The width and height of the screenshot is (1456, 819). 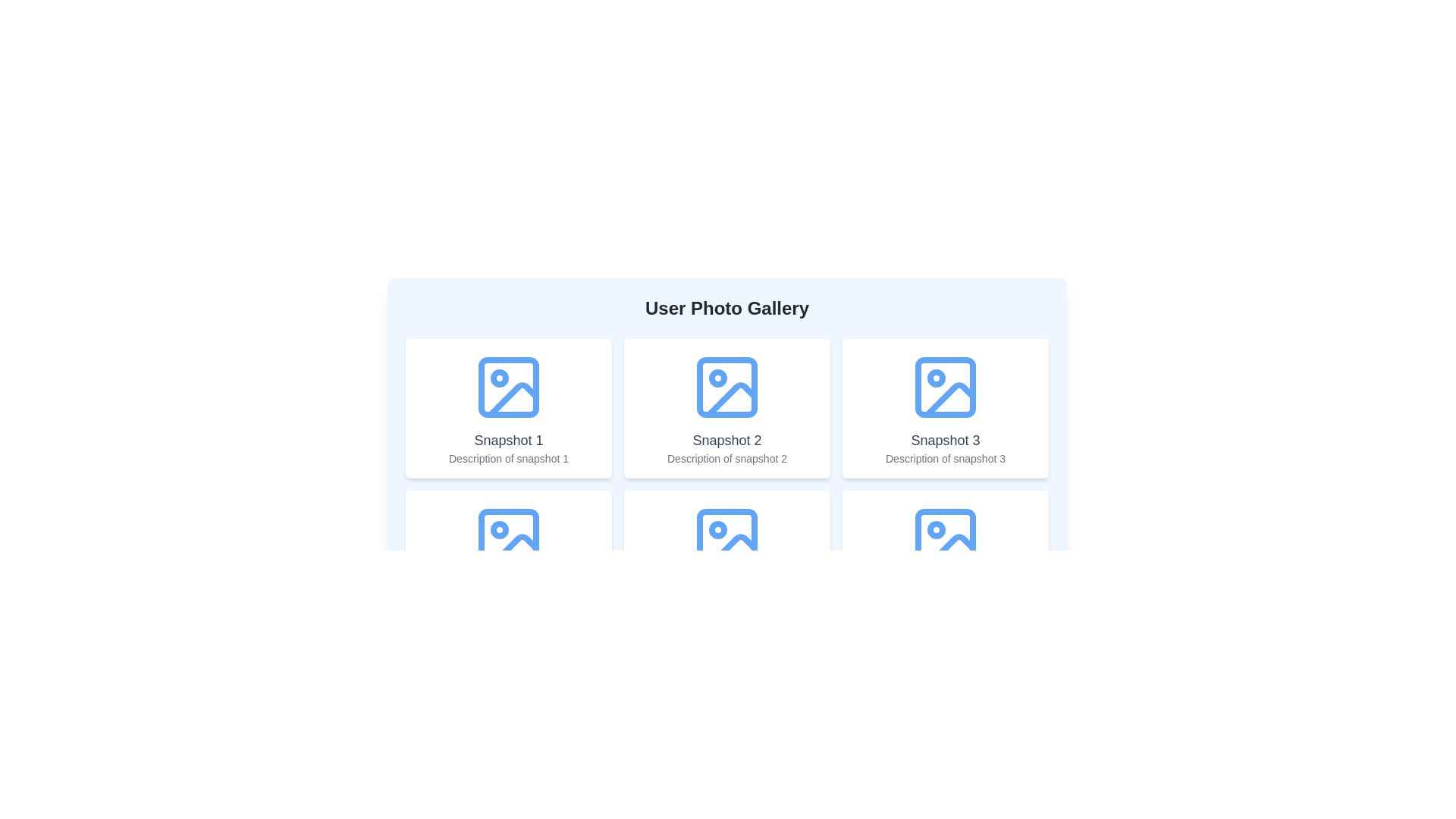 What do you see at coordinates (509, 386) in the screenshot?
I see `the icon representing the image in the first card located in the top-left corner of the three-column grid` at bounding box center [509, 386].